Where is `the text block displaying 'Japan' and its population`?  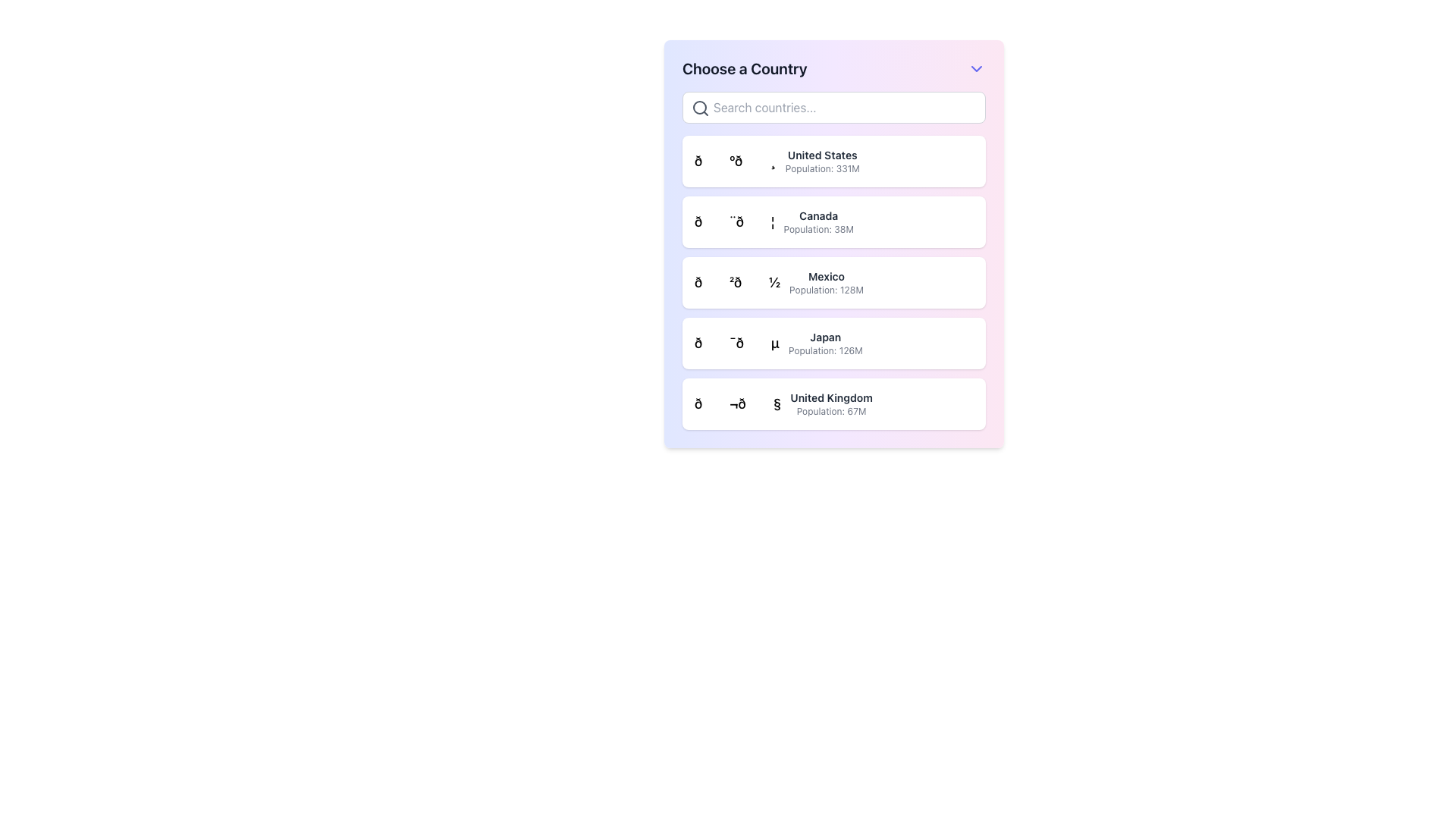 the text block displaying 'Japan' and its population is located at coordinates (824, 343).